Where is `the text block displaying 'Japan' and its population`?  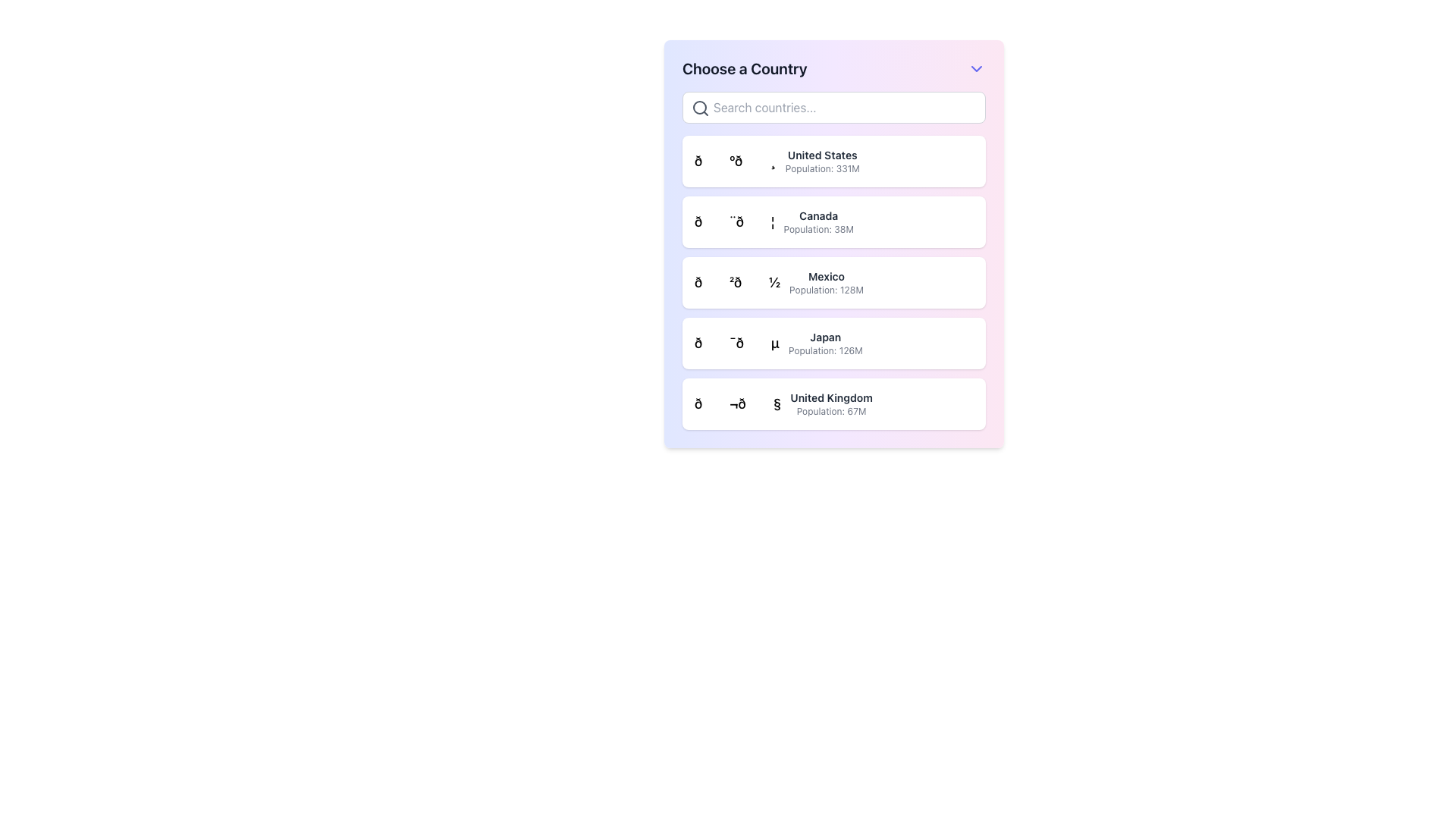 the text block displaying 'Japan' and its population is located at coordinates (824, 343).